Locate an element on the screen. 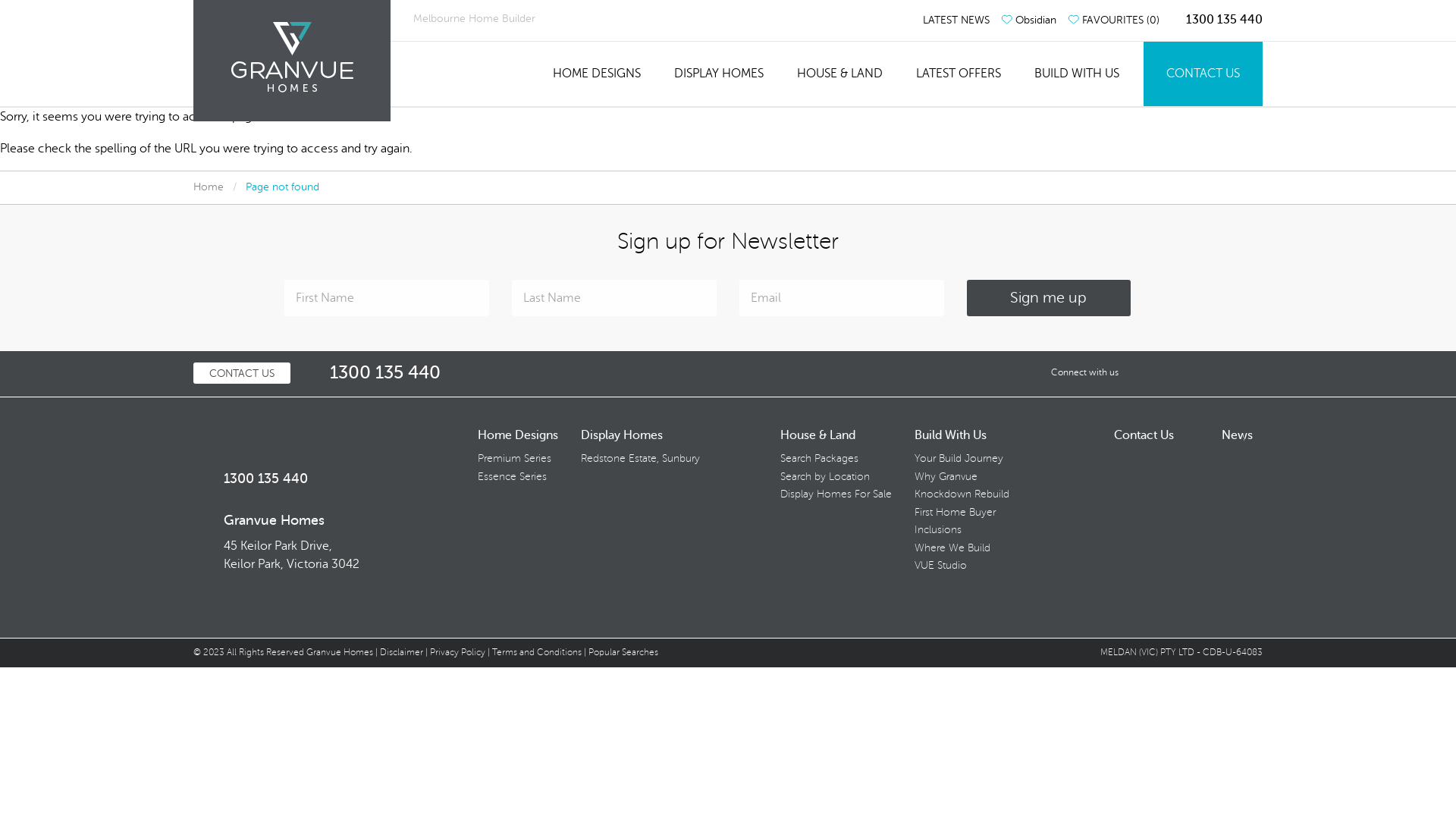  'BUILD WITH US' is located at coordinates (1076, 74).